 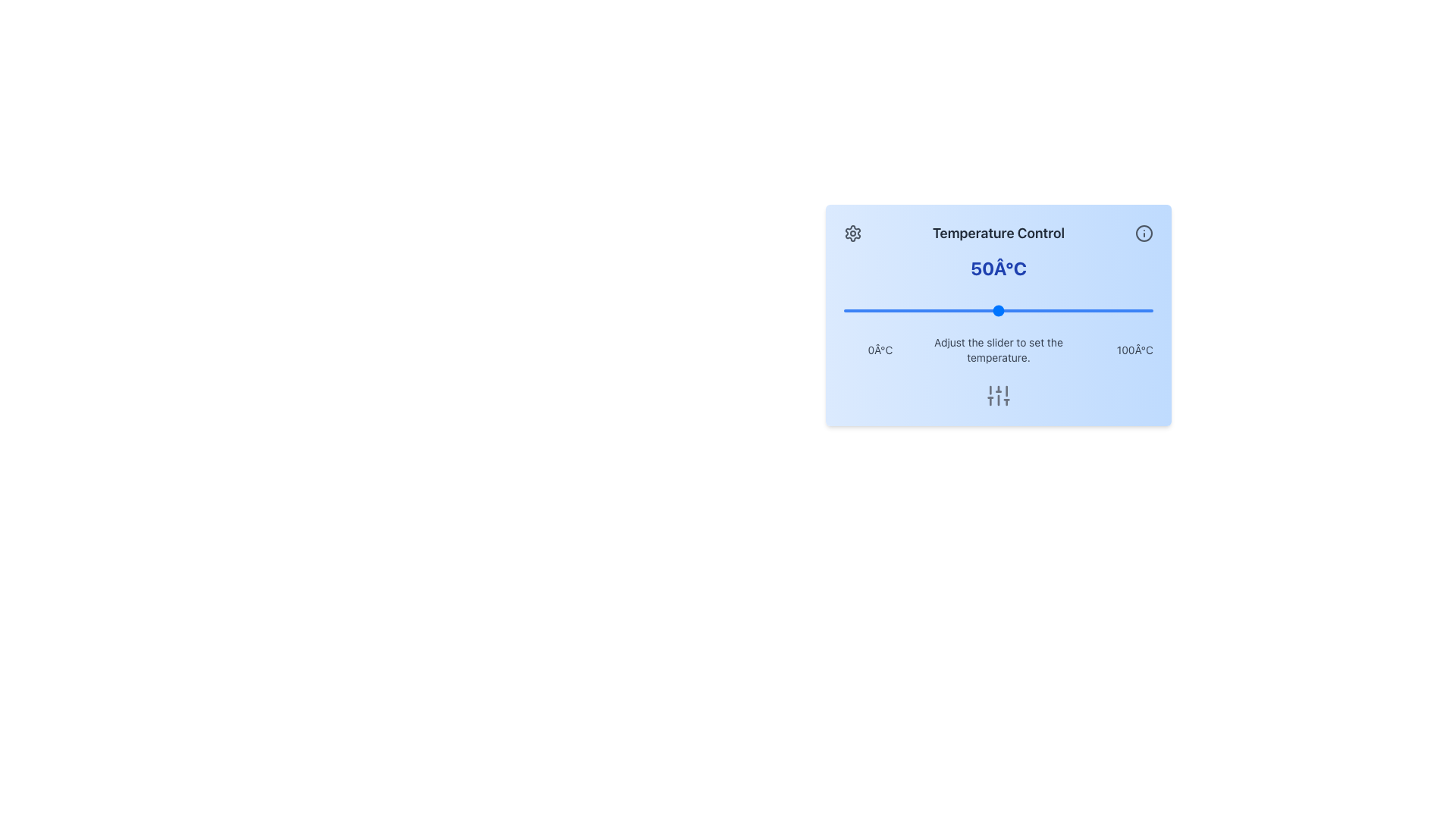 I want to click on the circular gray icon located in the top-right corner of the temperature control interface, aligned with the text 'Temperature Control', so click(x=1144, y=234).